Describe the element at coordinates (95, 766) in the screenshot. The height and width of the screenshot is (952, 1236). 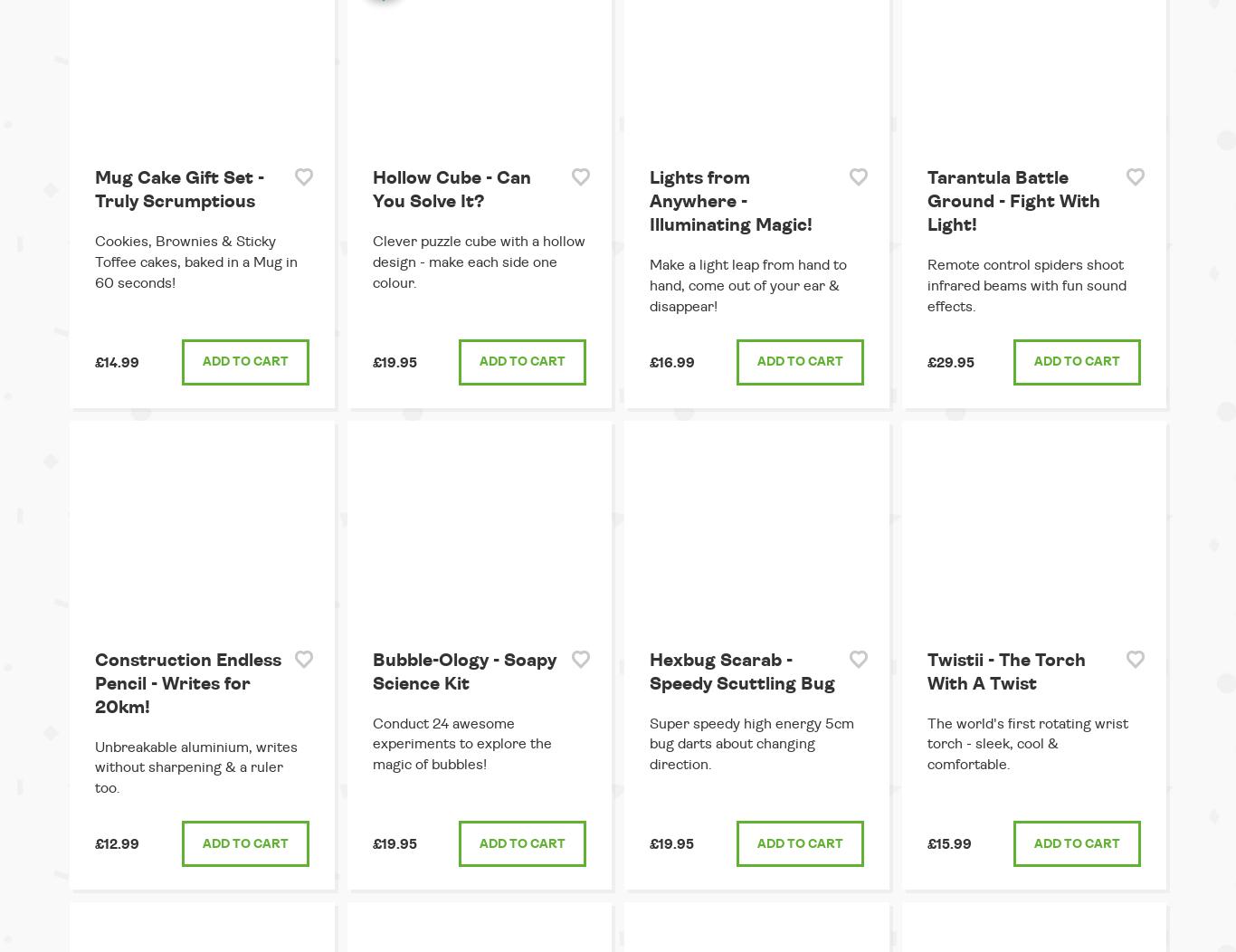
I see `'Unbreakable aluminium, writes without sharpening & a ruler too.'` at that location.